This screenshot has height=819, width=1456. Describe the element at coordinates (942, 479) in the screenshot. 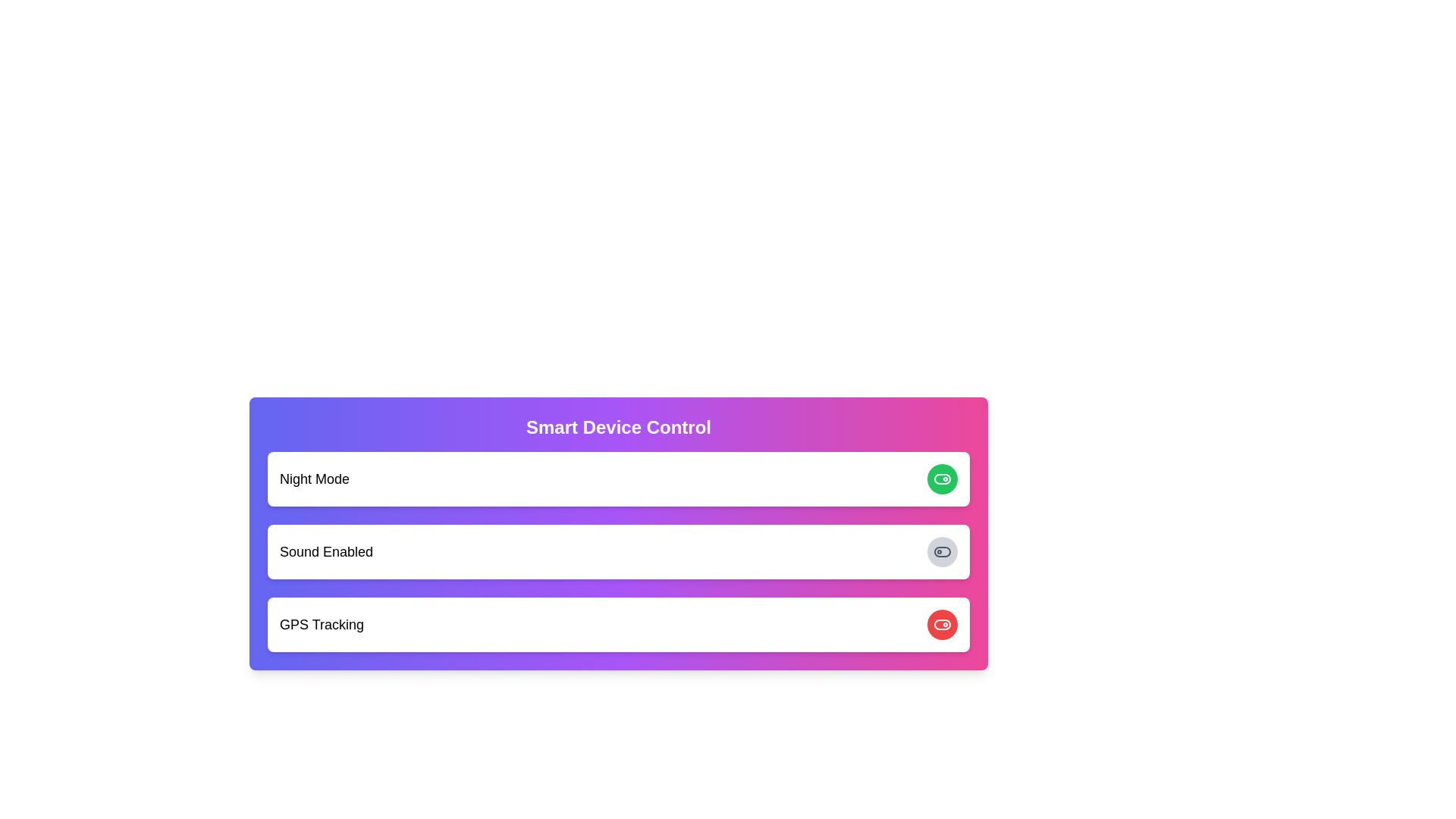

I see `the larger green rectangle of the toggle switch indicating the active state, located in the top-most control row aligned with the 'Night Mode' label` at that location.